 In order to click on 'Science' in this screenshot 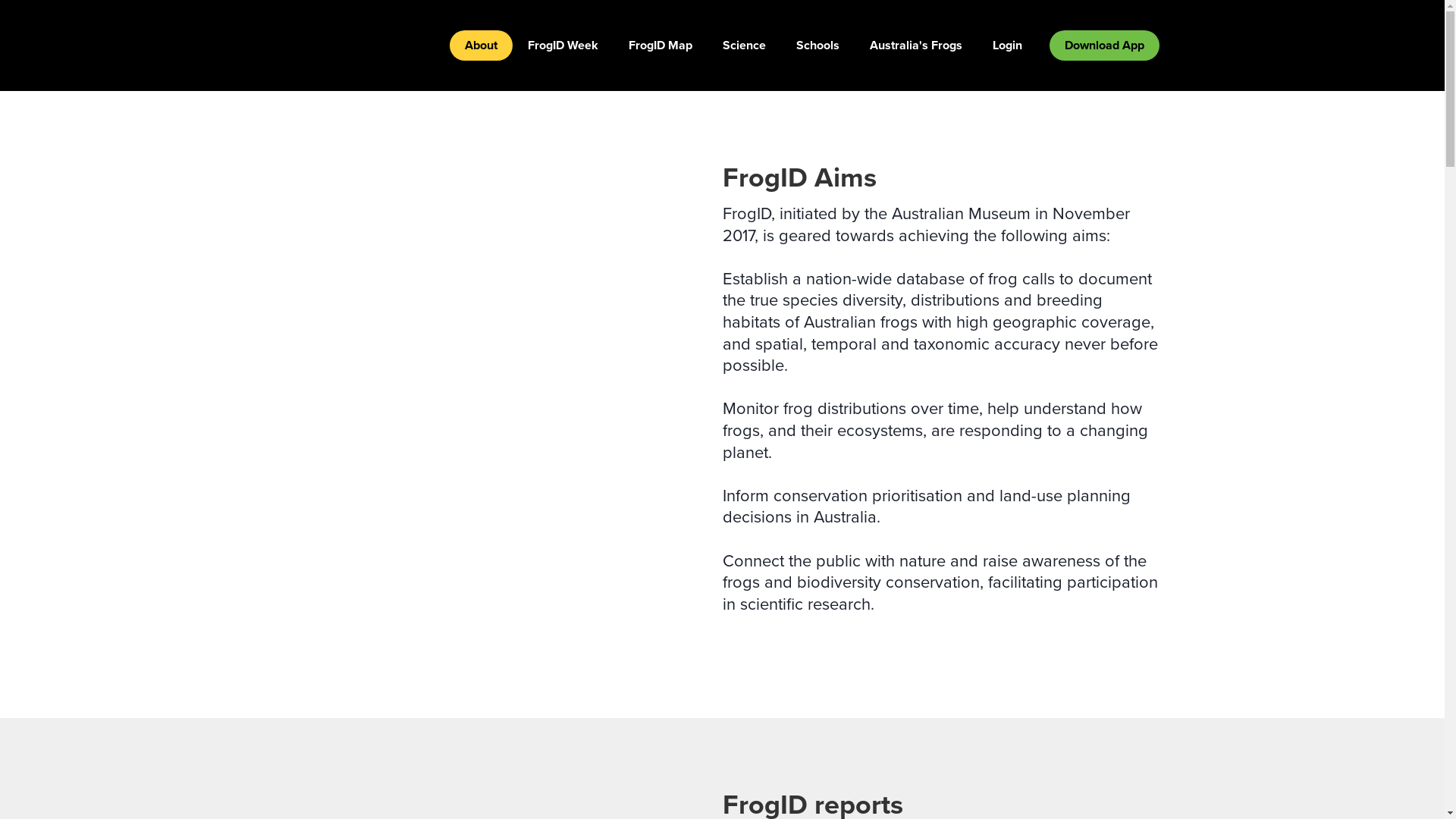, I will do `click(743, 43)`.